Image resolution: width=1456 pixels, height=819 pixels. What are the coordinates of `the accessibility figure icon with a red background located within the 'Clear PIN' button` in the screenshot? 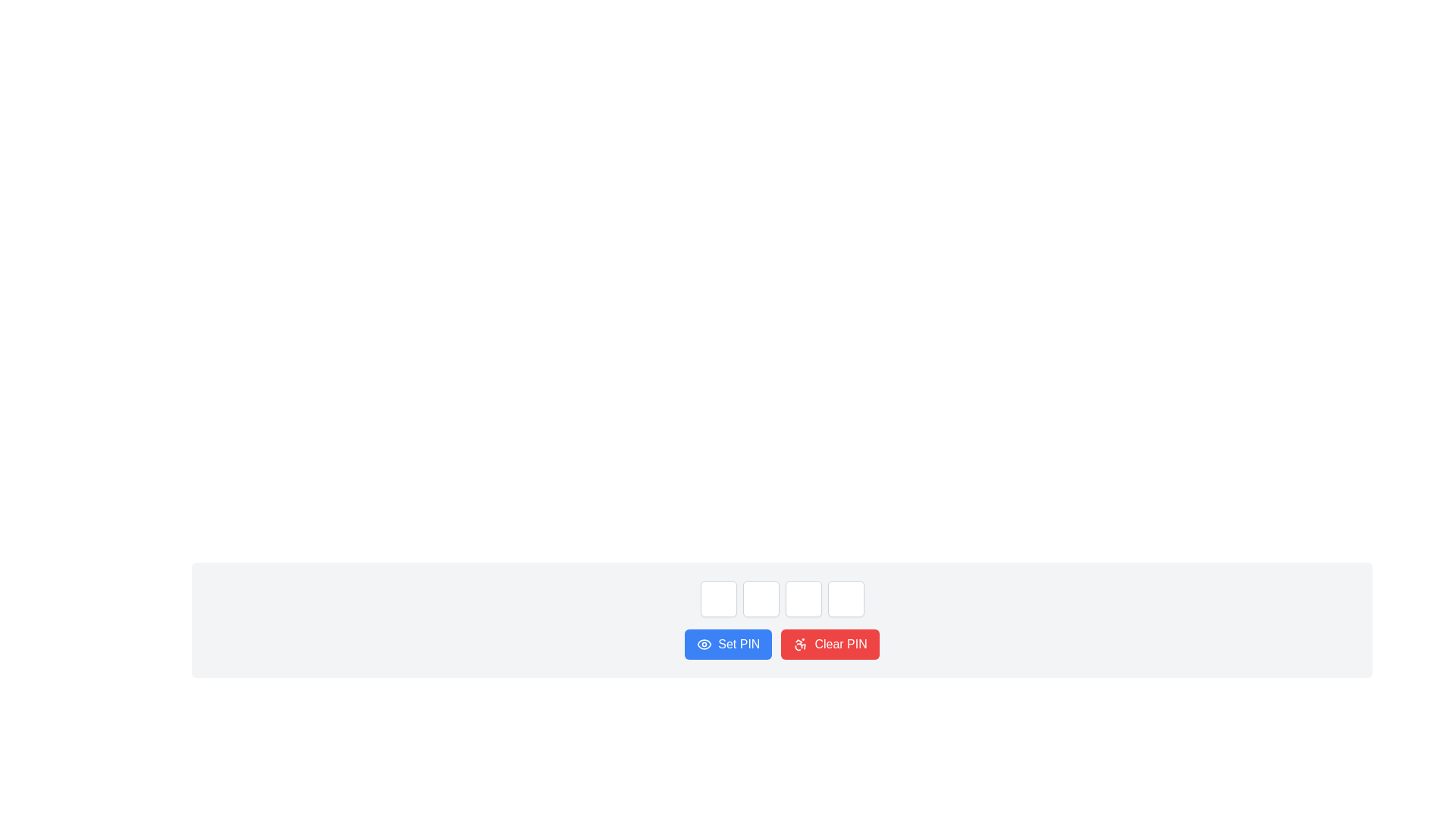 It's located at (800, 644).